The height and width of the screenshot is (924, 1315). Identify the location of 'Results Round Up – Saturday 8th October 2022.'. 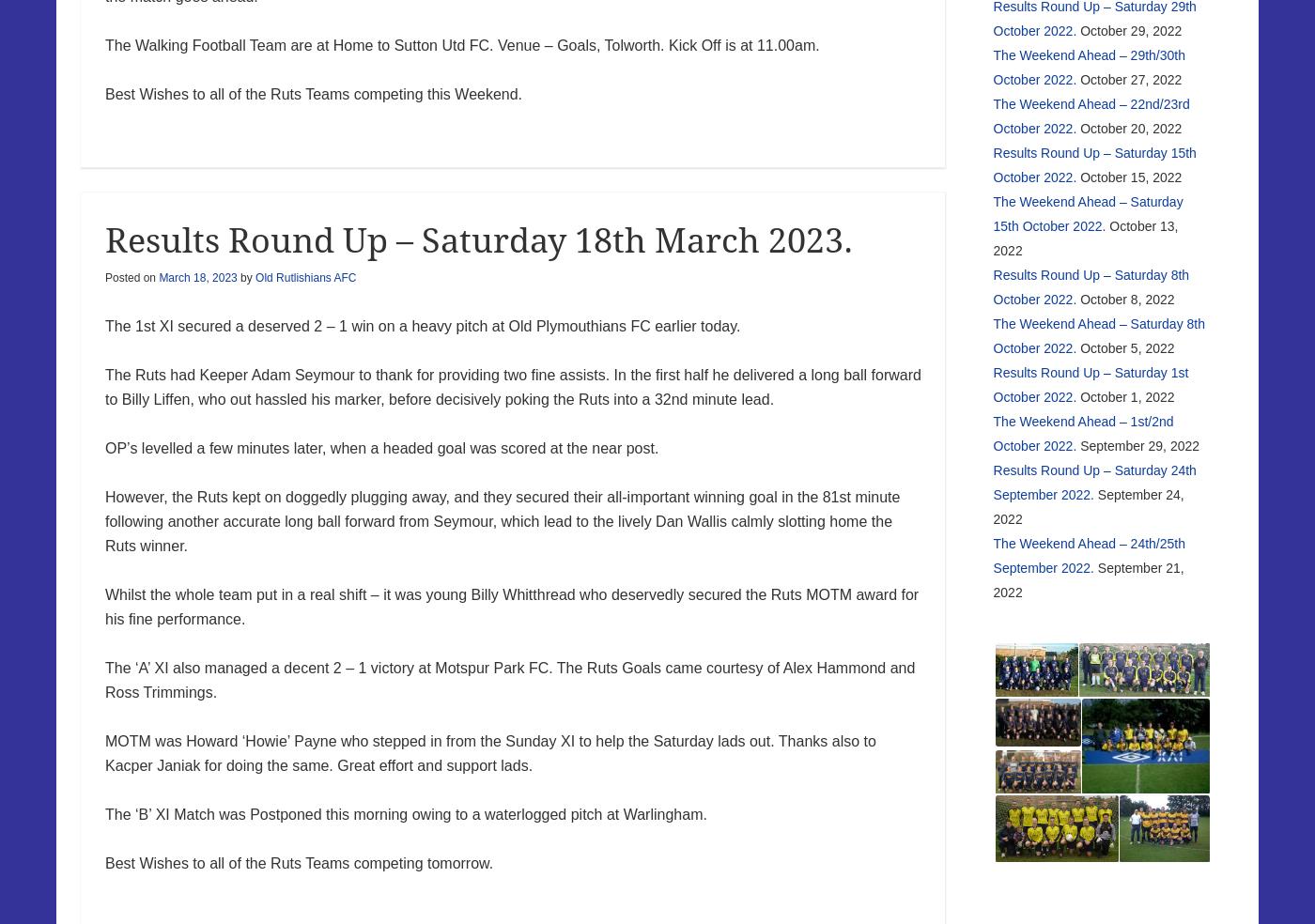
(1091, 285).